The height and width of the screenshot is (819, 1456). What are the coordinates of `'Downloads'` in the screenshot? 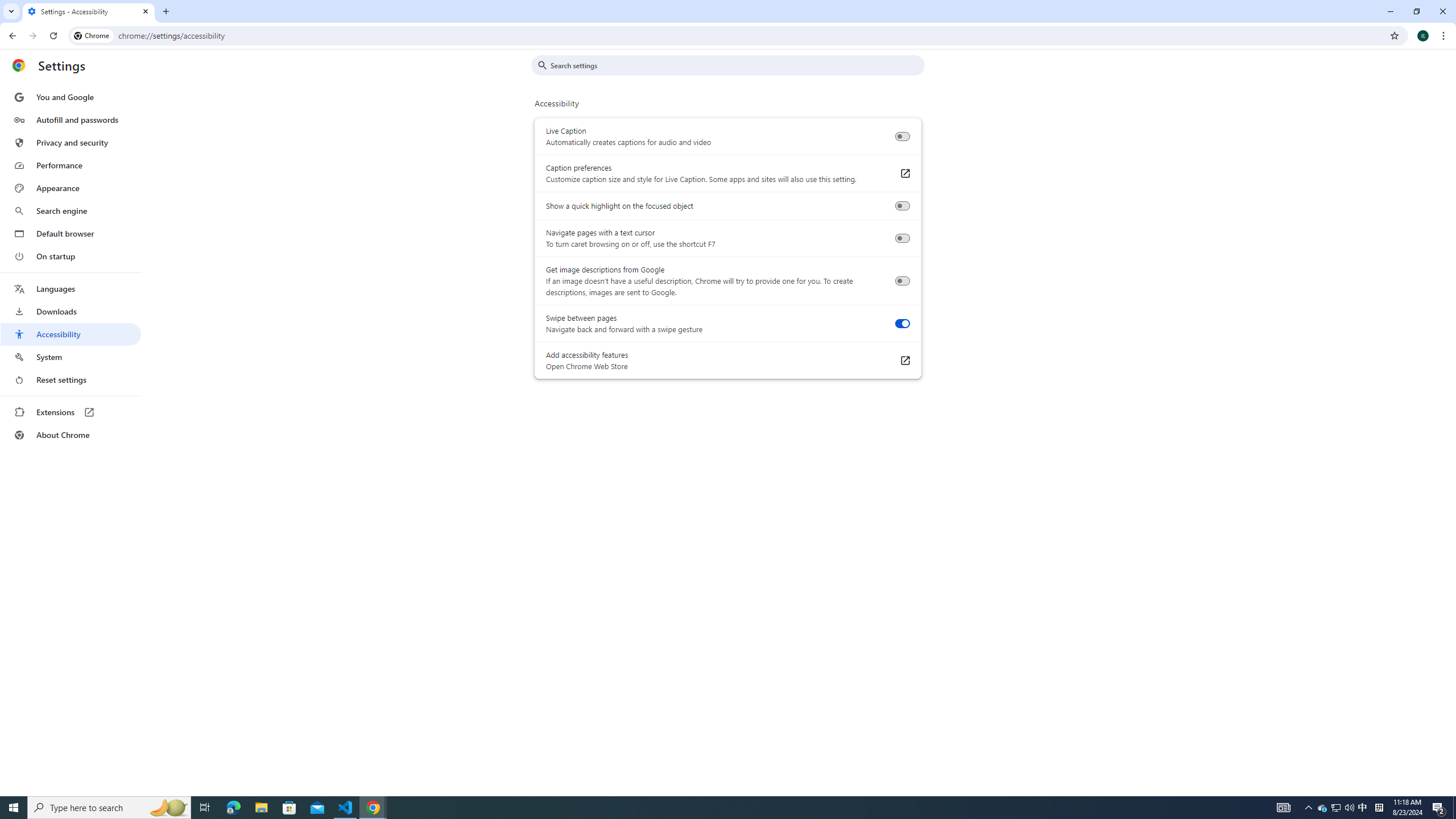 It's located at (70, 311).